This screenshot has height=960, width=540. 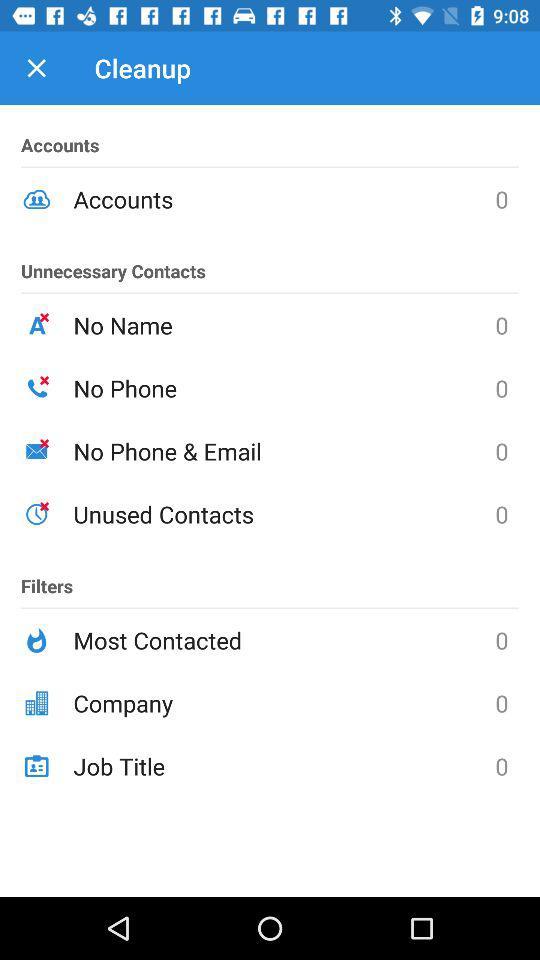 What do you see at coordinates (283, 639) in the screenshot?
I see `icon below the filters item` at bounding box center [283, 639].